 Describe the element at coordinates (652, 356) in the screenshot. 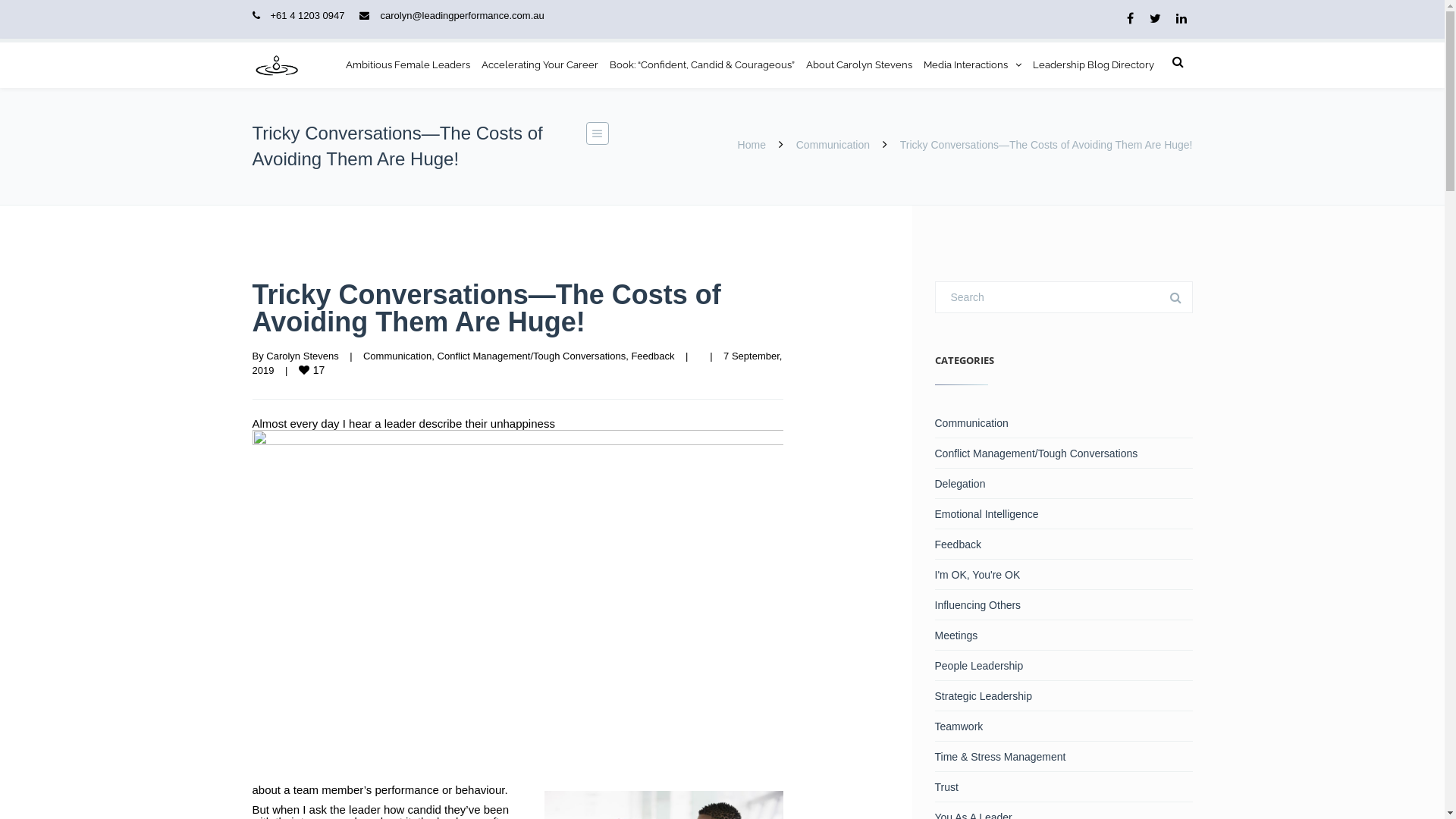

I see `'Feedback'` at that location.